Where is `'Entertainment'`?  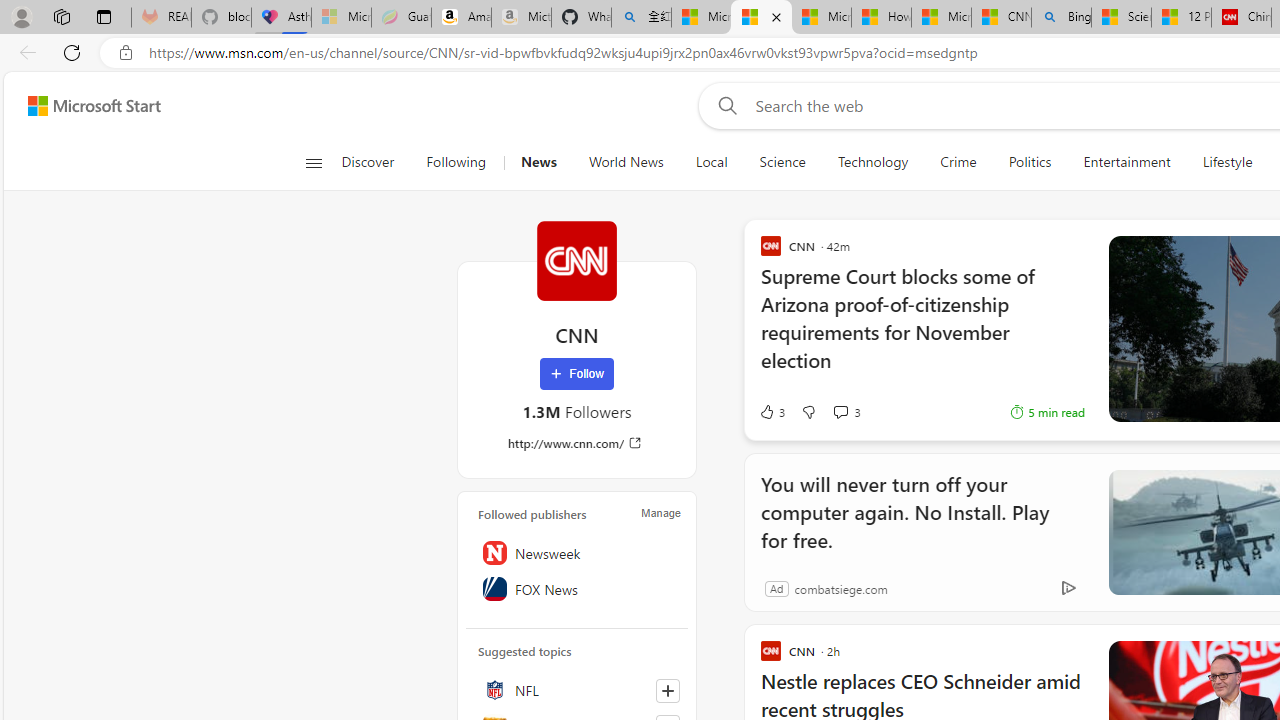 'Entertainment' is located at coordinates (1127, 162).